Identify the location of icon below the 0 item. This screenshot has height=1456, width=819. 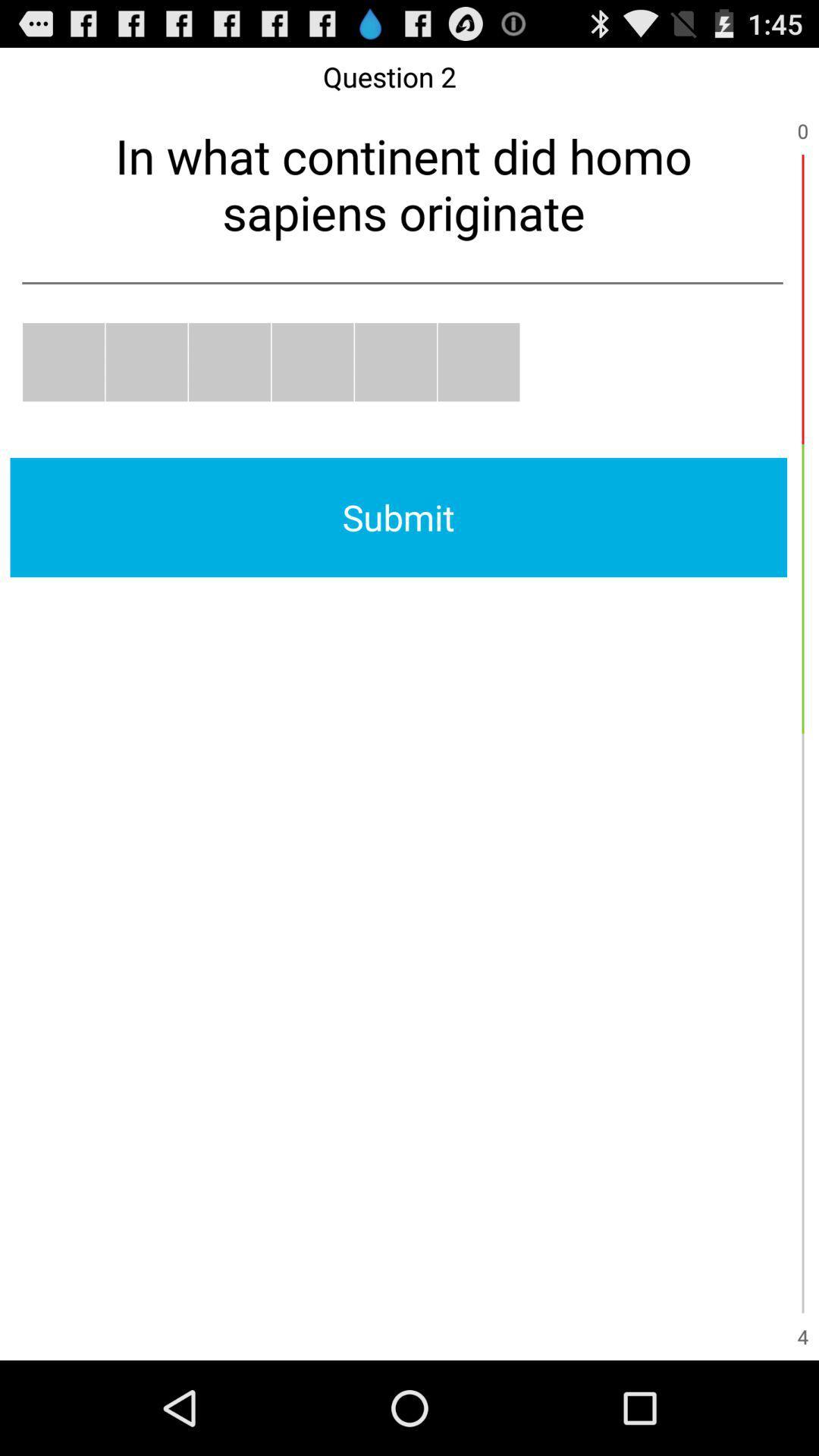
(802, 299).